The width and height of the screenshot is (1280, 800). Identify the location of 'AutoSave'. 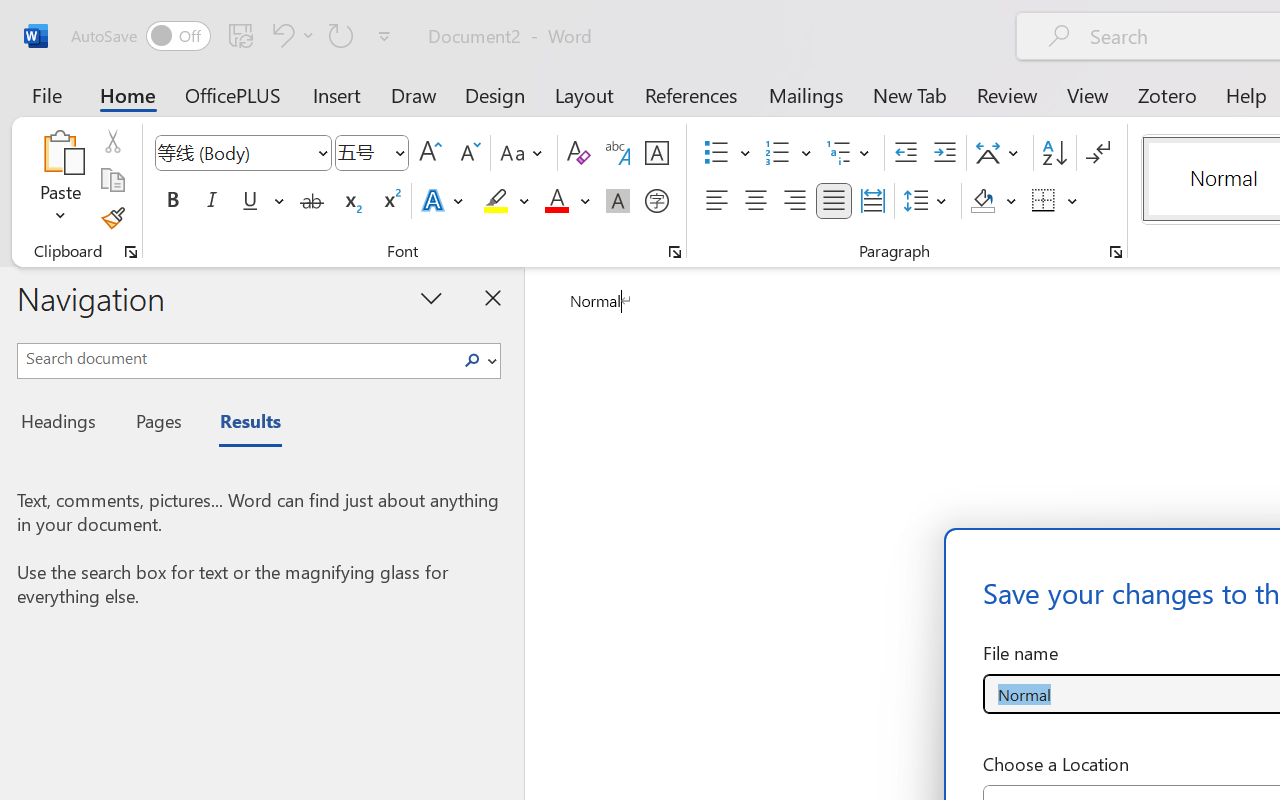
(139, 35).